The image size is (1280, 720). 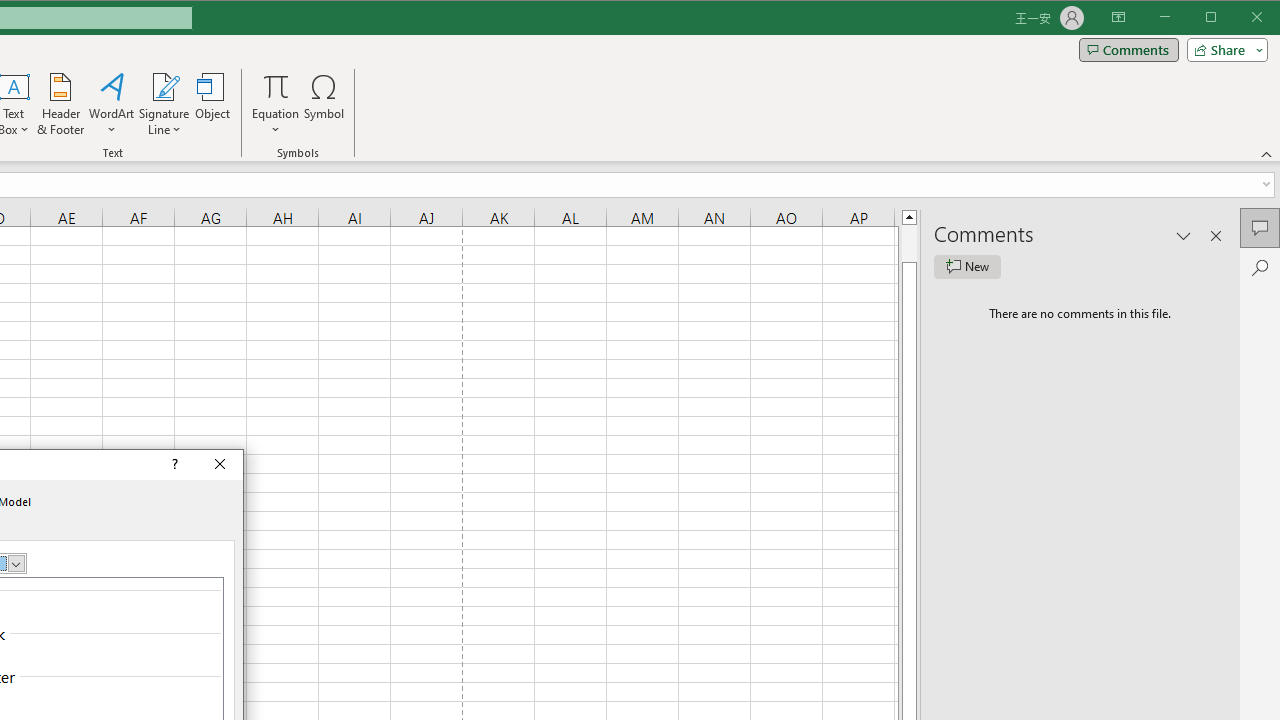 What do you see at coordinates (173, 465) in the screenshot?
I see `'Context help'` at bounding box center [173, 465].